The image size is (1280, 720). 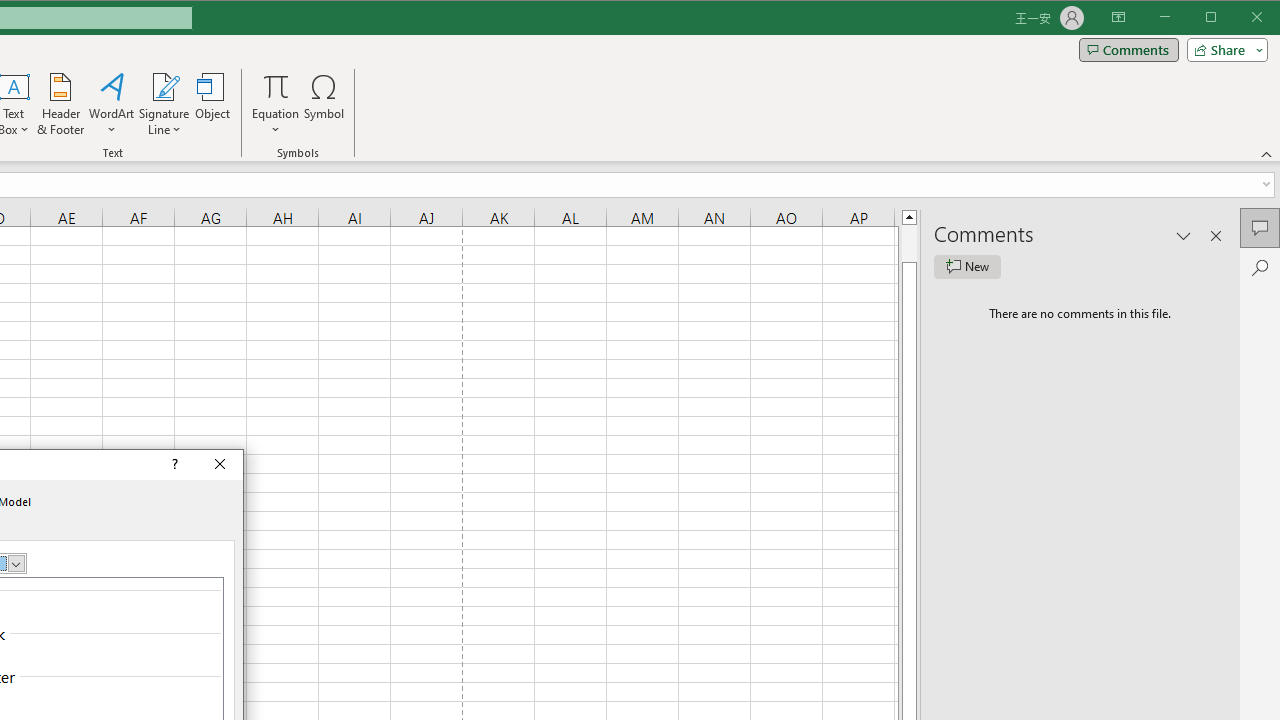 What do you see at coordinates (173, 465) in the screenshot?
I see `'Context help'` at bounding box center [173, 465].